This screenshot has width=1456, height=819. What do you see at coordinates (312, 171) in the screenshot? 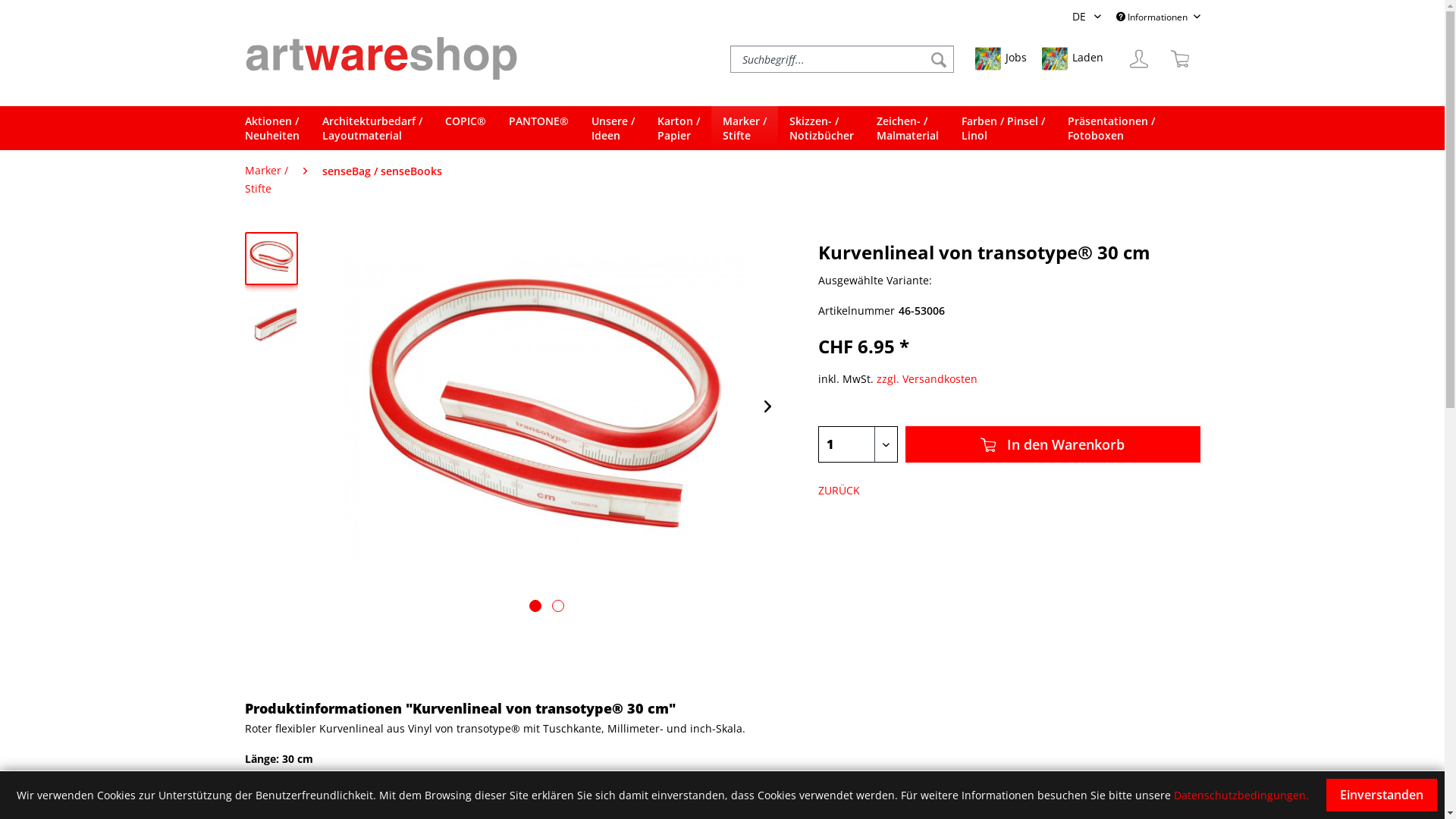
I see `'senseBag / senseBooks'` at bounding box center [312, 171].